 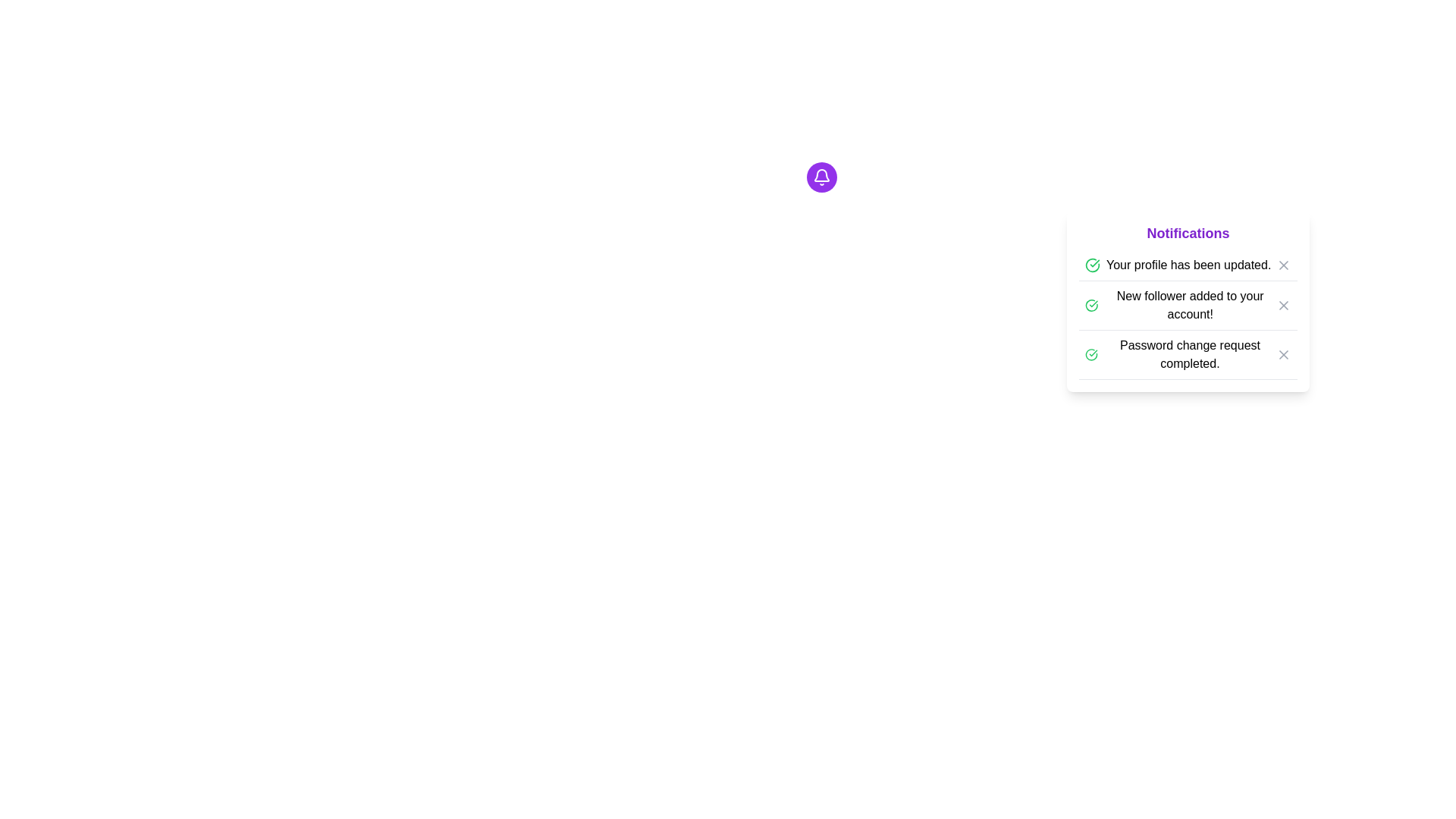 What do you see at coordinates (1283, 305) in the screenshot?
I see `the dismiss button located within the notification card interface` at bounding box center [1283, 305].